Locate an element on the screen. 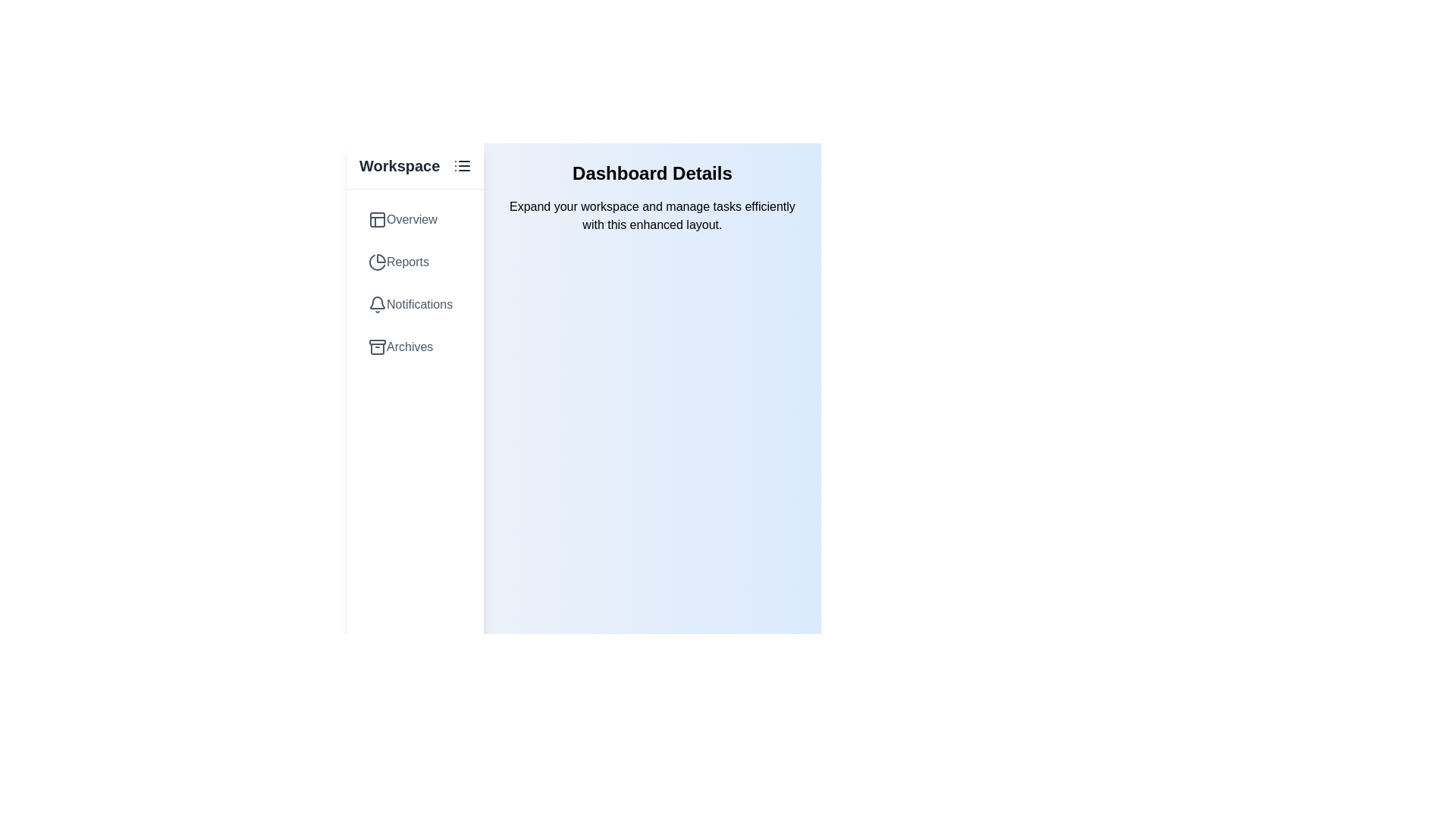 The height and width of the screenshot is (819, 1456). button with the list icon to toggle the drawer's visibility is located at coordinates (461, 166).